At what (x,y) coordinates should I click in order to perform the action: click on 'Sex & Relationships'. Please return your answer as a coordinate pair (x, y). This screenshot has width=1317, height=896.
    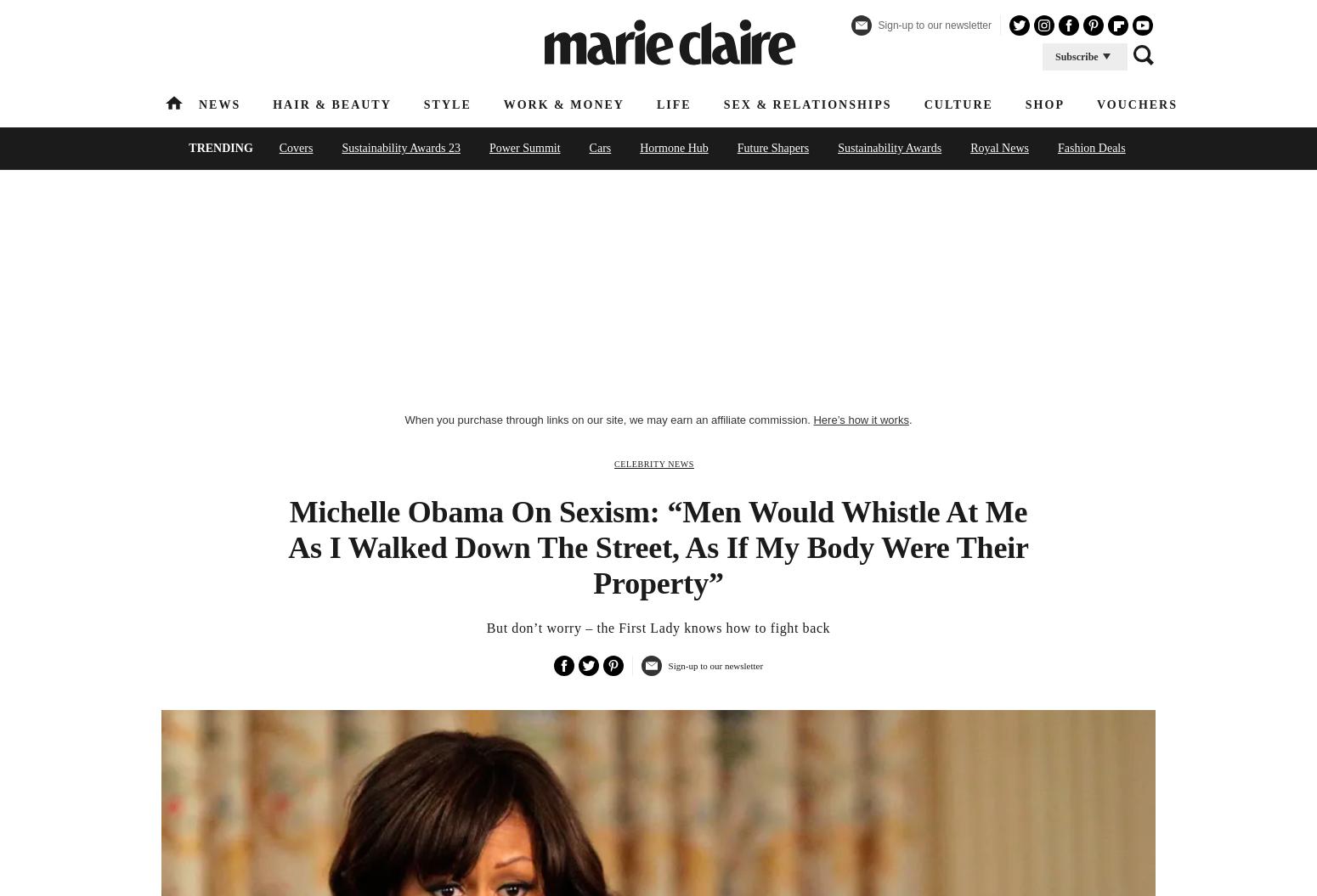
    Looking at the image, I should click on (805, 104).